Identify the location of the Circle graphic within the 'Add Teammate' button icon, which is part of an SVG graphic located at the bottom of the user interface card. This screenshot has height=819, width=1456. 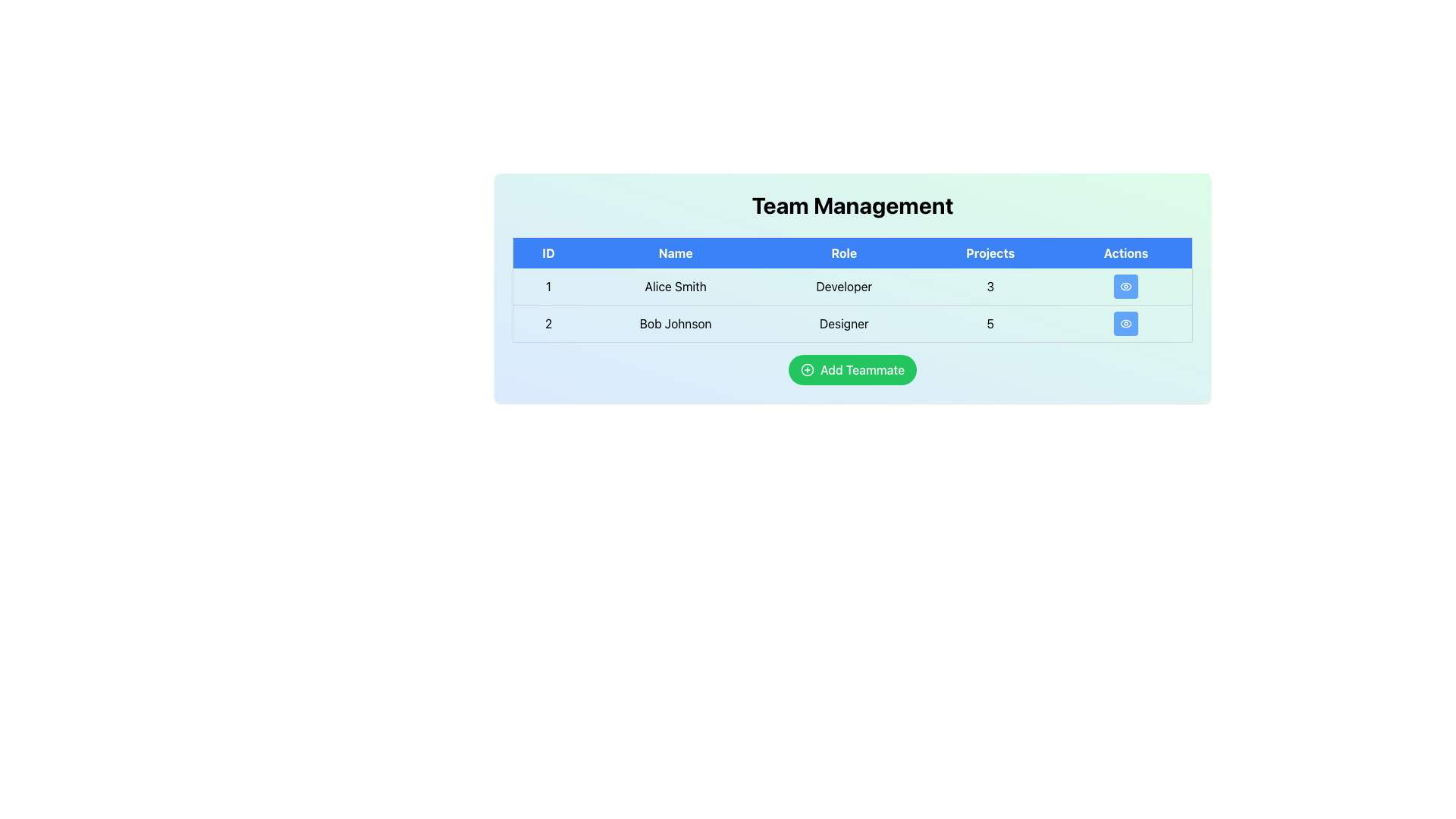
(806, 370).